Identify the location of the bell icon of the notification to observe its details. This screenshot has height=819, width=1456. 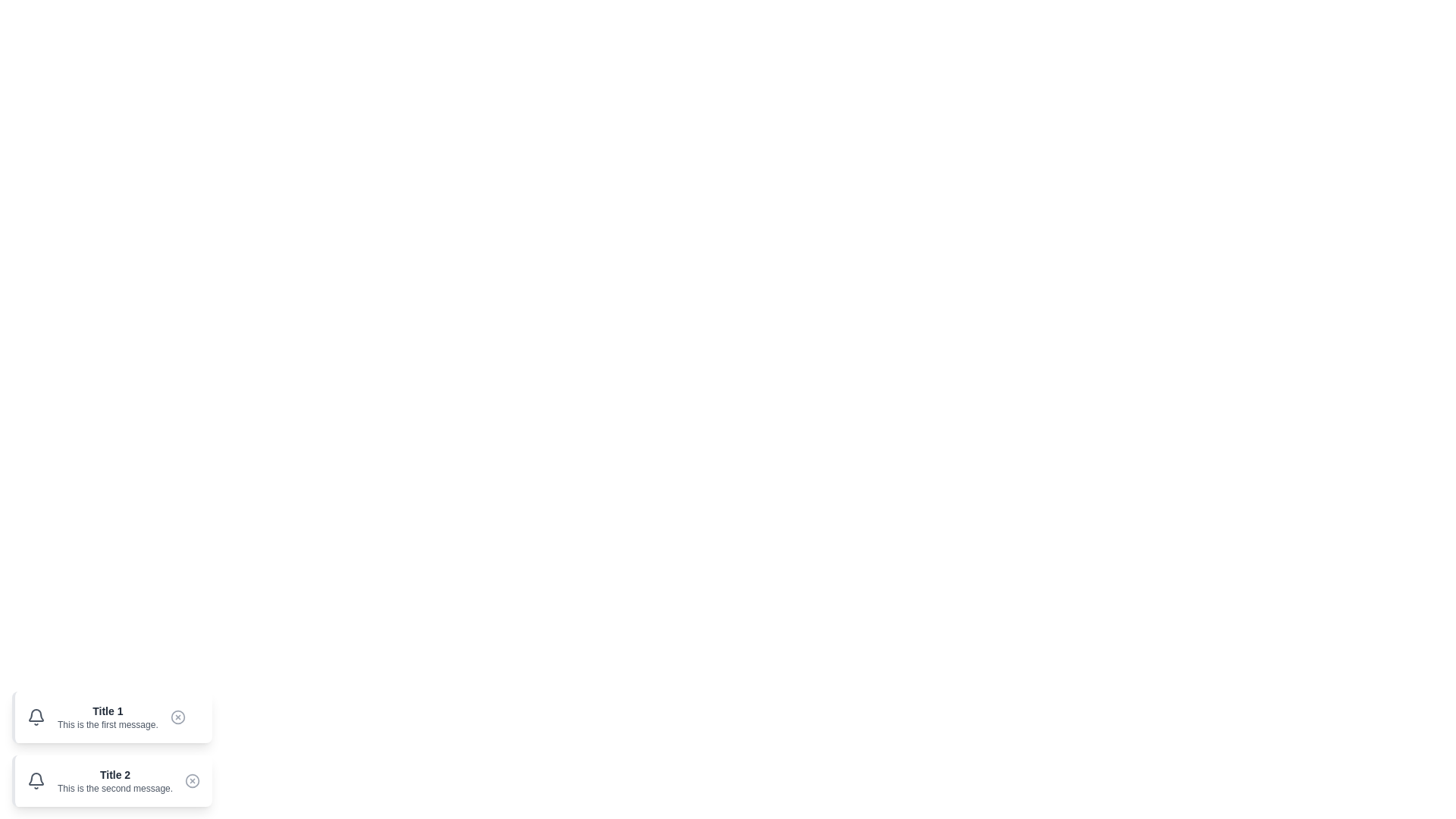
(36, 717).